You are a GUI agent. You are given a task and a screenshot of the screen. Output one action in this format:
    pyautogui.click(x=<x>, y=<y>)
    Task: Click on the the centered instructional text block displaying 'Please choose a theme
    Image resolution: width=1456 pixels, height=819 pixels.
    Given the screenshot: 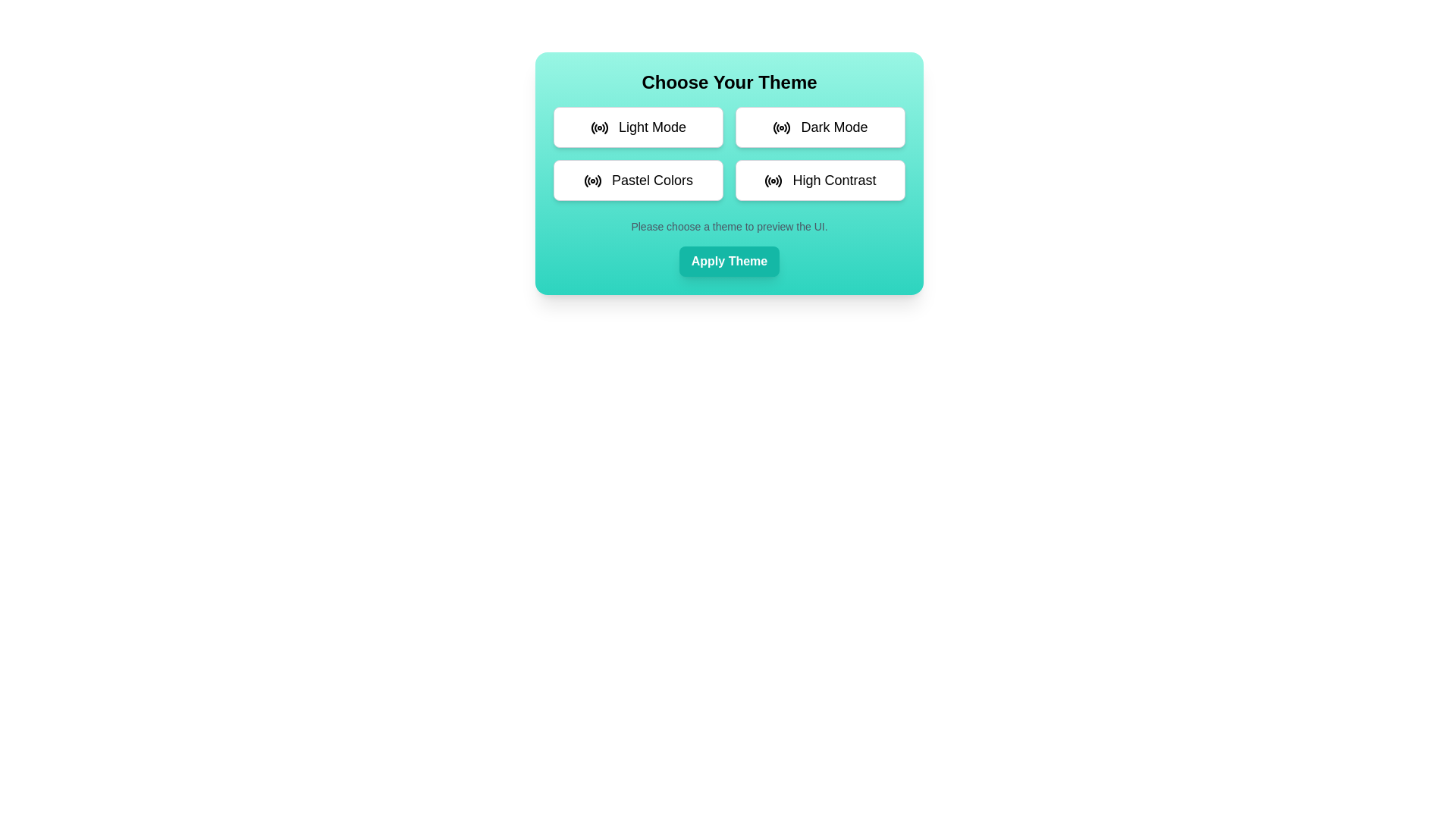 What is the action you would take?
    pyautogui.click(x=729, y=227)
    